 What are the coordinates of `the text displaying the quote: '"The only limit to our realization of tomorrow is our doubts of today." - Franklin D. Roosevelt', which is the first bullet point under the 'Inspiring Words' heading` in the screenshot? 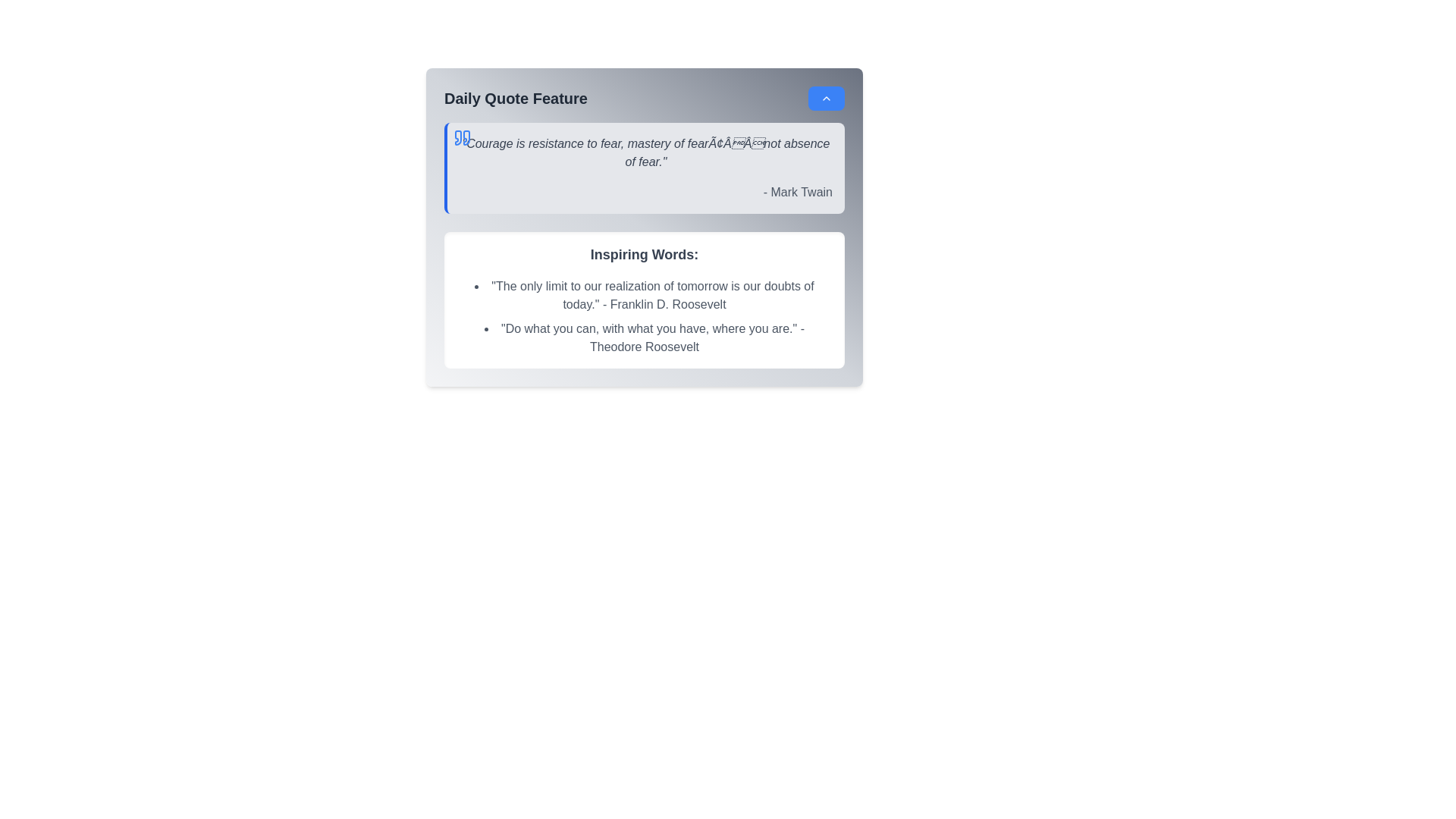 It's located at (644, 295).